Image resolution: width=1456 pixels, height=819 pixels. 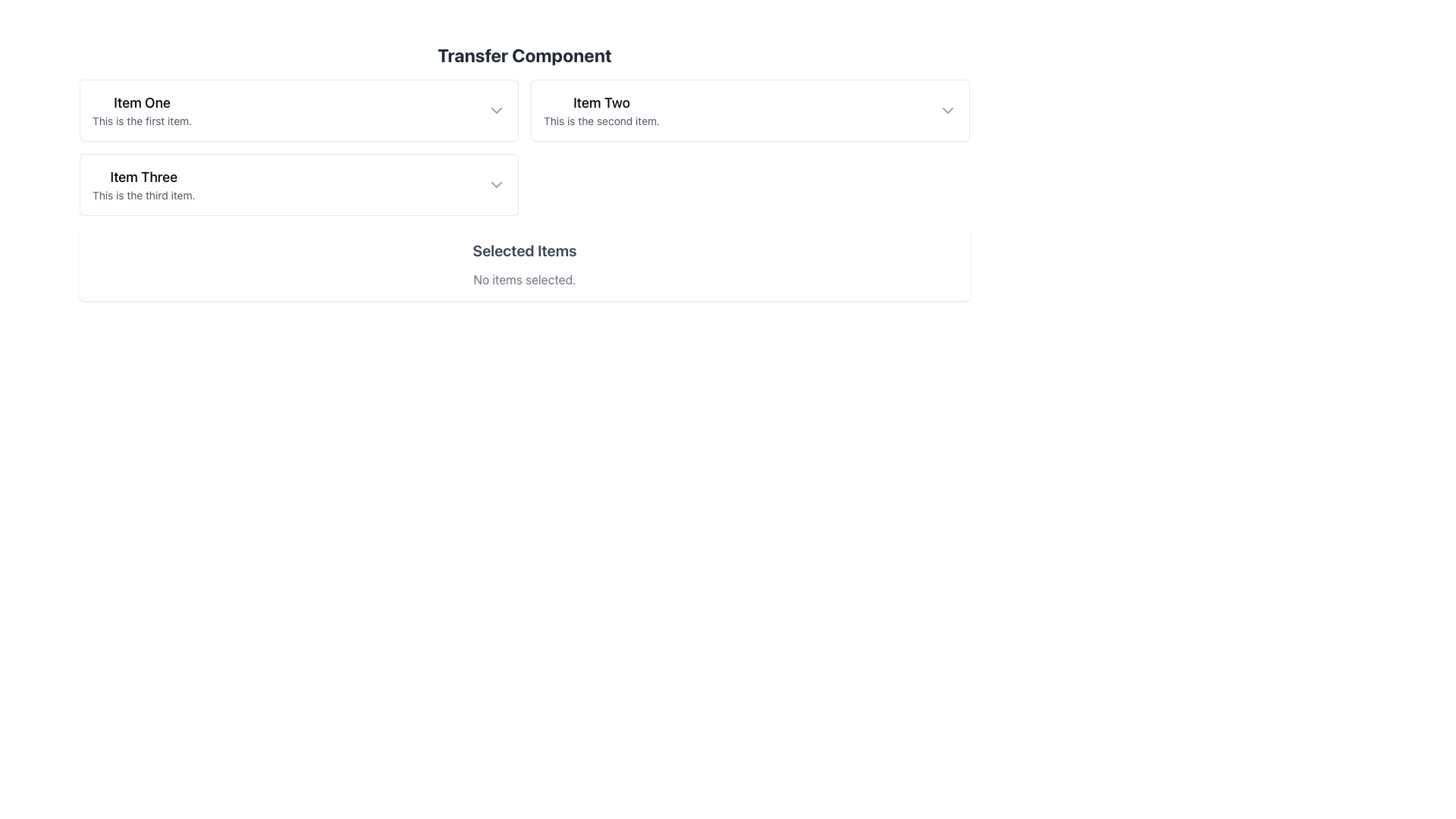 I want to click on the descriptive text label for 'Item One', which is positioned below its bold title and serves as supplementary information, so click(x=142, y=120).